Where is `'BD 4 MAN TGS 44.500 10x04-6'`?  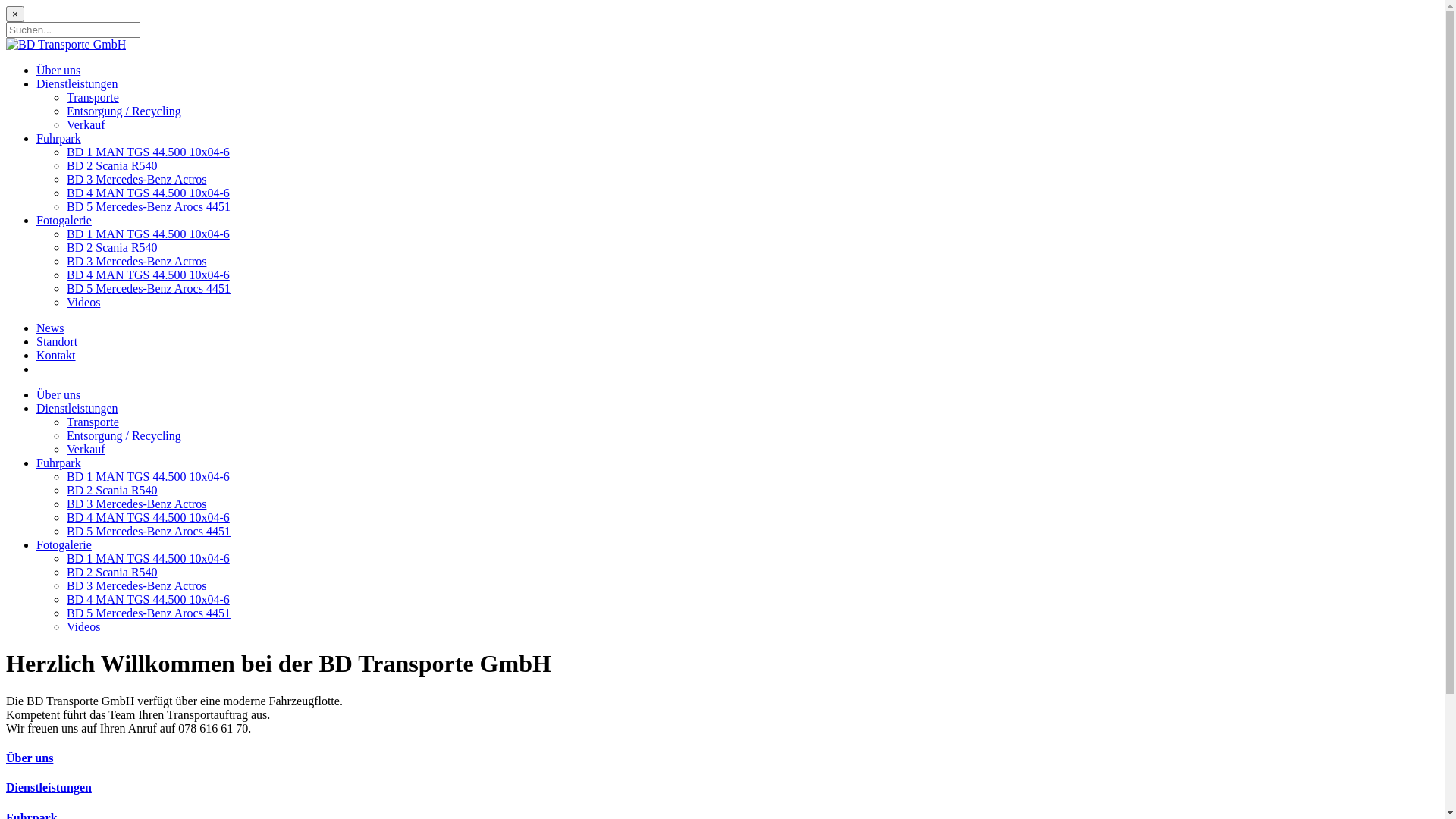 'BD 4 MAN TGS 44.500 10x04-6' is located at coordinates (148, 598).